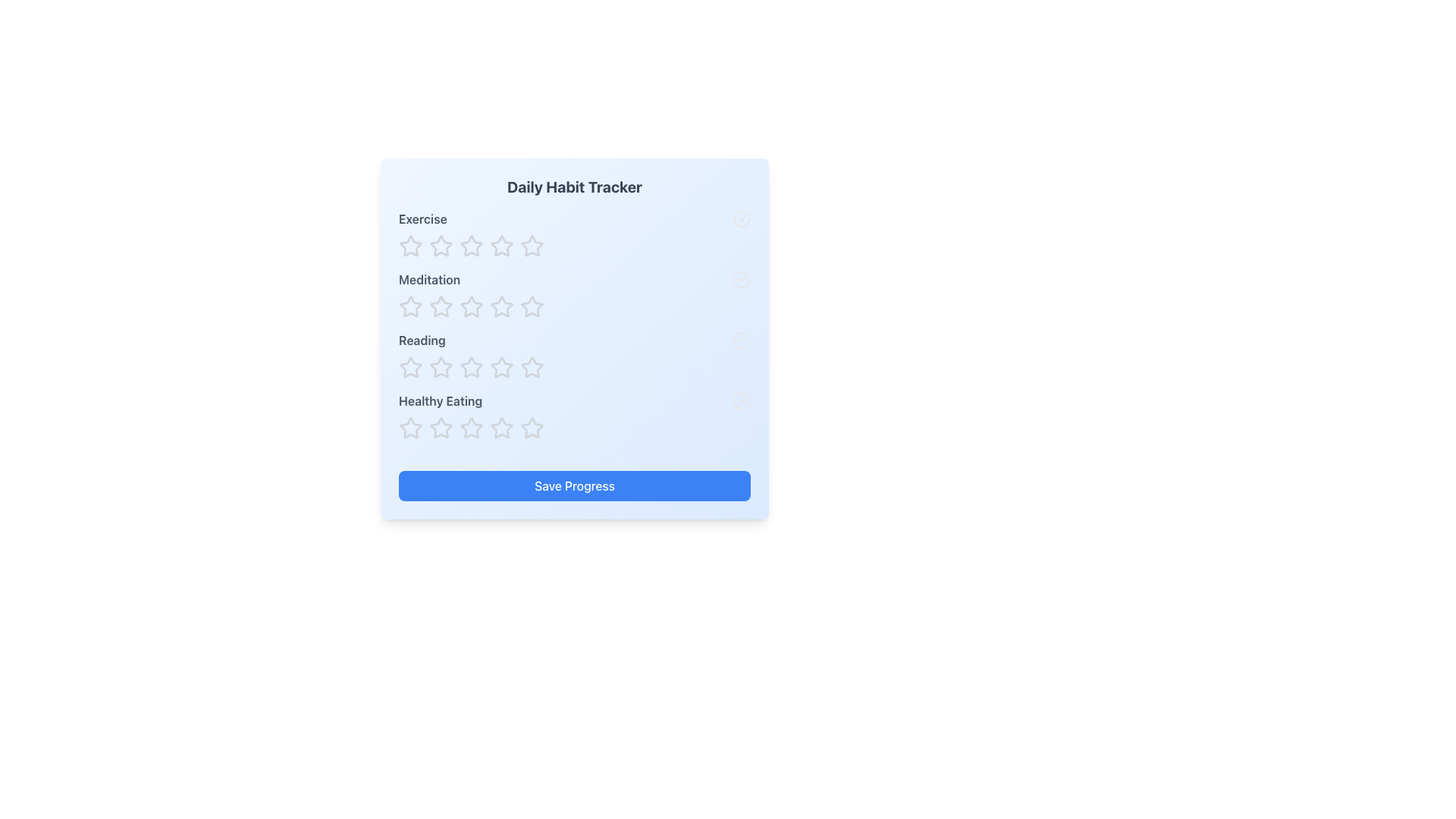 This screenshot has width=1456, height=819. I want to click on the third interactive rating star used for rating 'Reading', so click(440, 368).